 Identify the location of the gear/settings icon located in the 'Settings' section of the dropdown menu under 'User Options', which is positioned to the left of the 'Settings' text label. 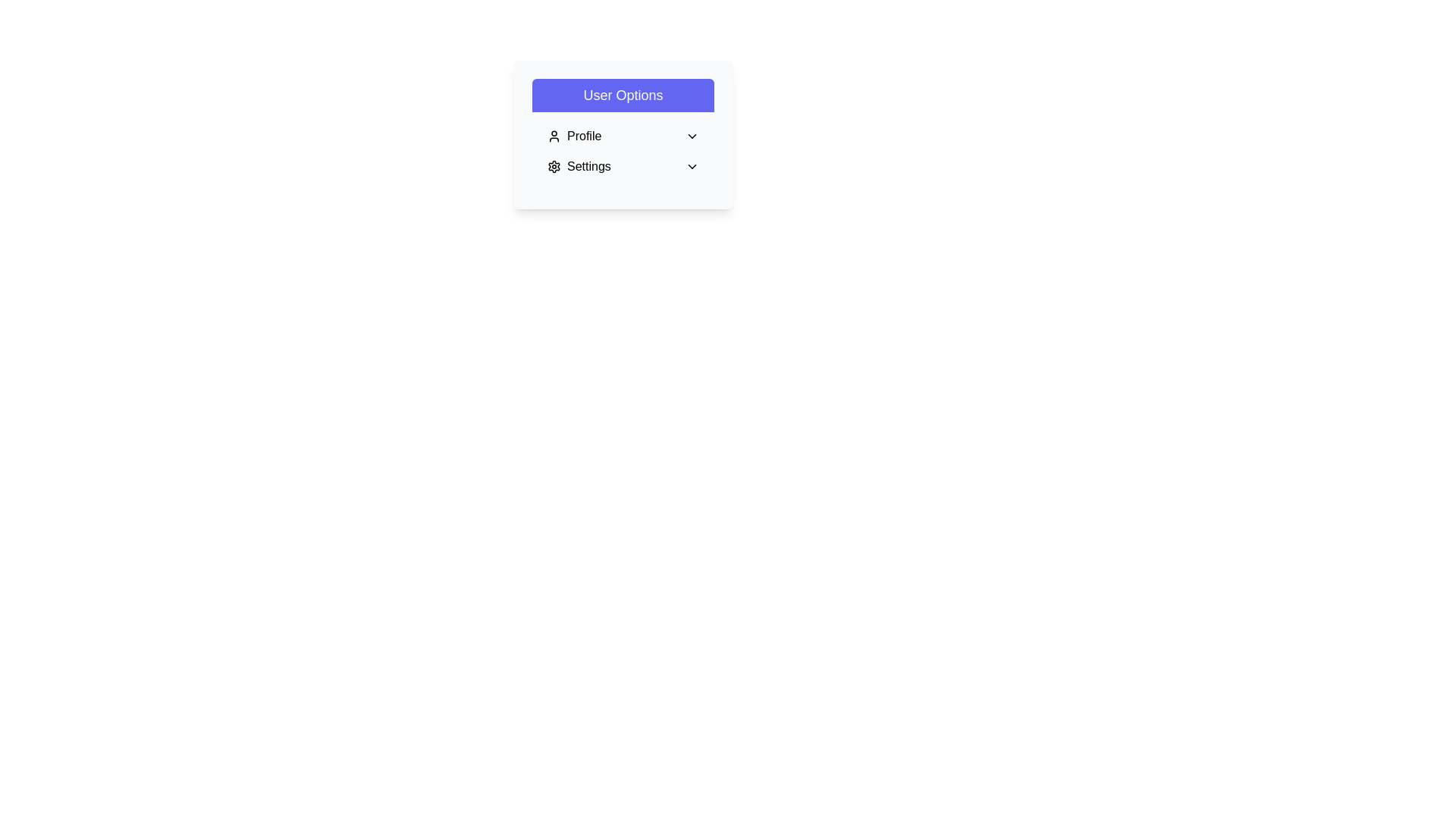
(553, 166).